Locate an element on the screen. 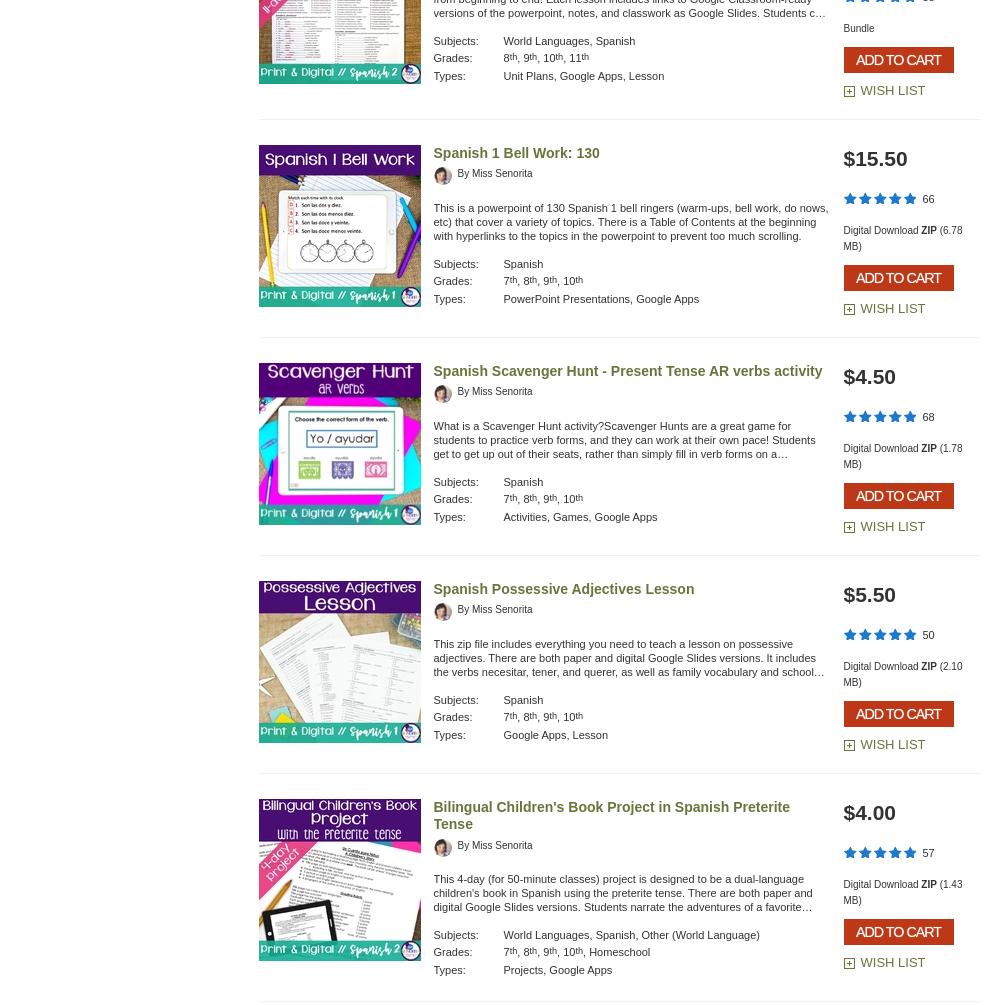 The height and width of the screenshot is (1005, 988). '66' is located at coordinates (928, 197).